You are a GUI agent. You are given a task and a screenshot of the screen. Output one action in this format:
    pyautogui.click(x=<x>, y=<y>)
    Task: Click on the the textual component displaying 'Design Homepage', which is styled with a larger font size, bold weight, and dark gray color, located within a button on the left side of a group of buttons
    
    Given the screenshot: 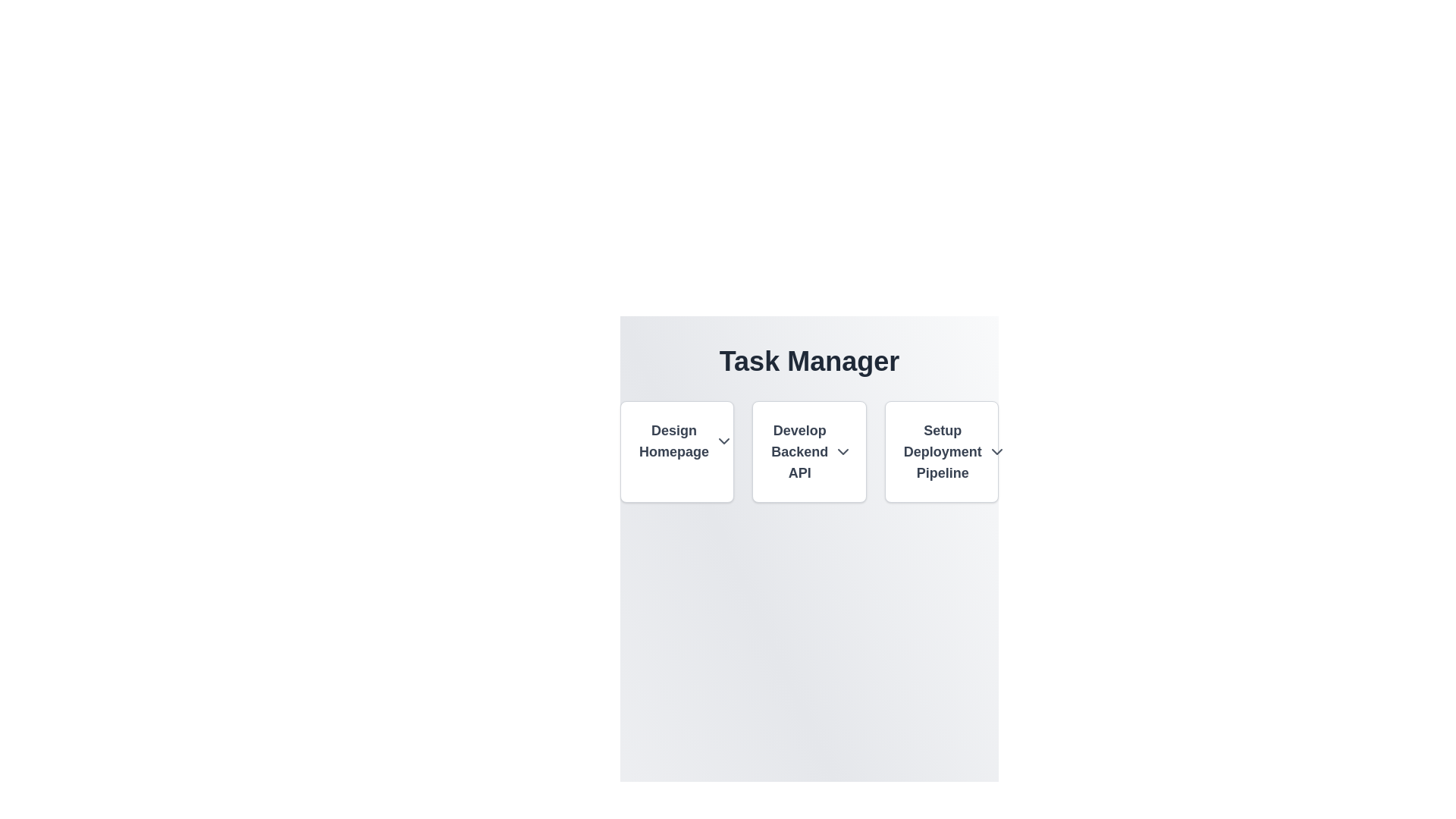 What is the action you would take?
    pyautogui.click(x=673, y=441)
    